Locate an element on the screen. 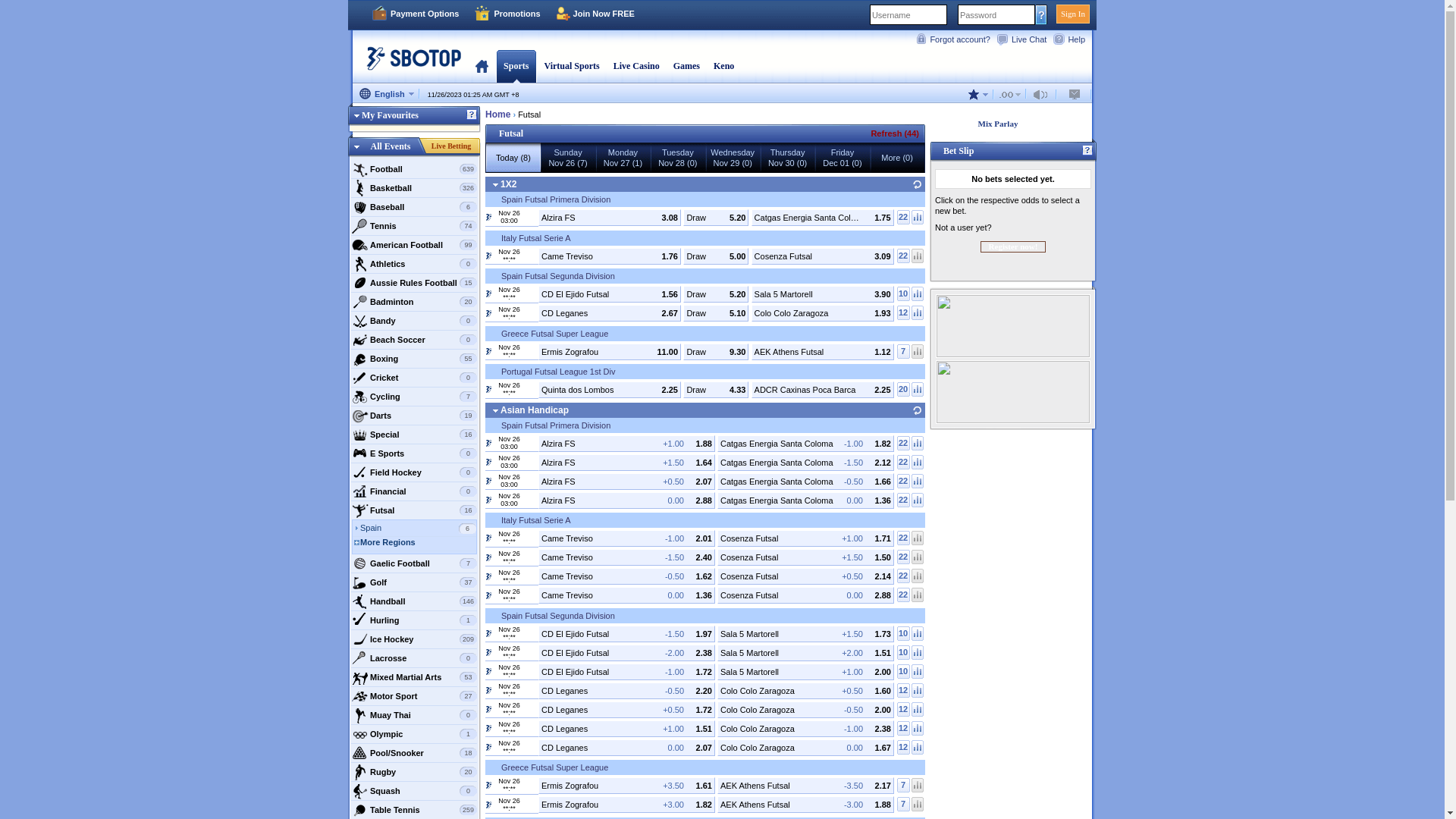 This screenshot has width=1456, height=819. 'Virtual Sports' is located at coordinates (570, 65).